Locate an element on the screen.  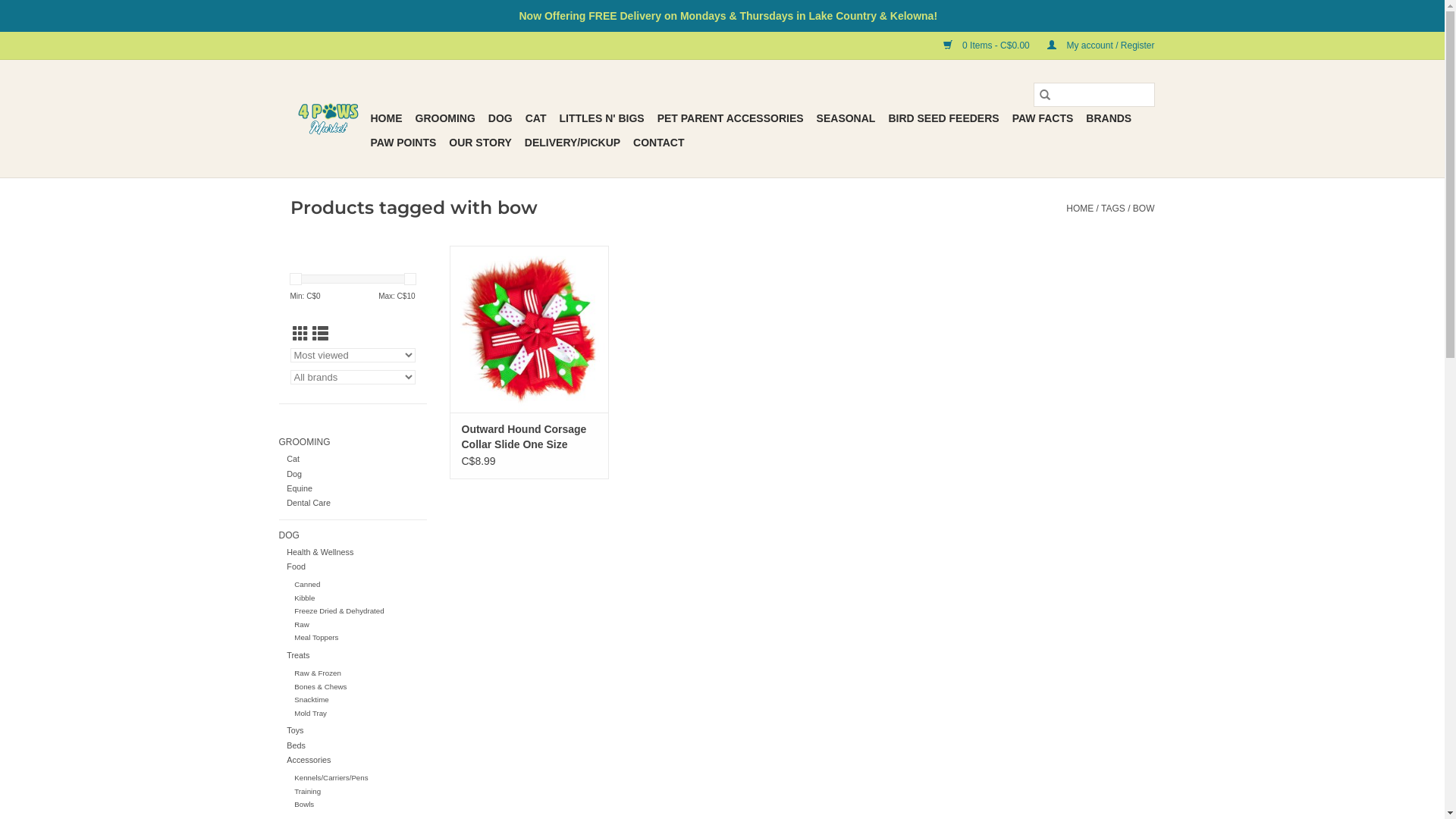
'BRANDS' is located at coordinates (1080, 117).